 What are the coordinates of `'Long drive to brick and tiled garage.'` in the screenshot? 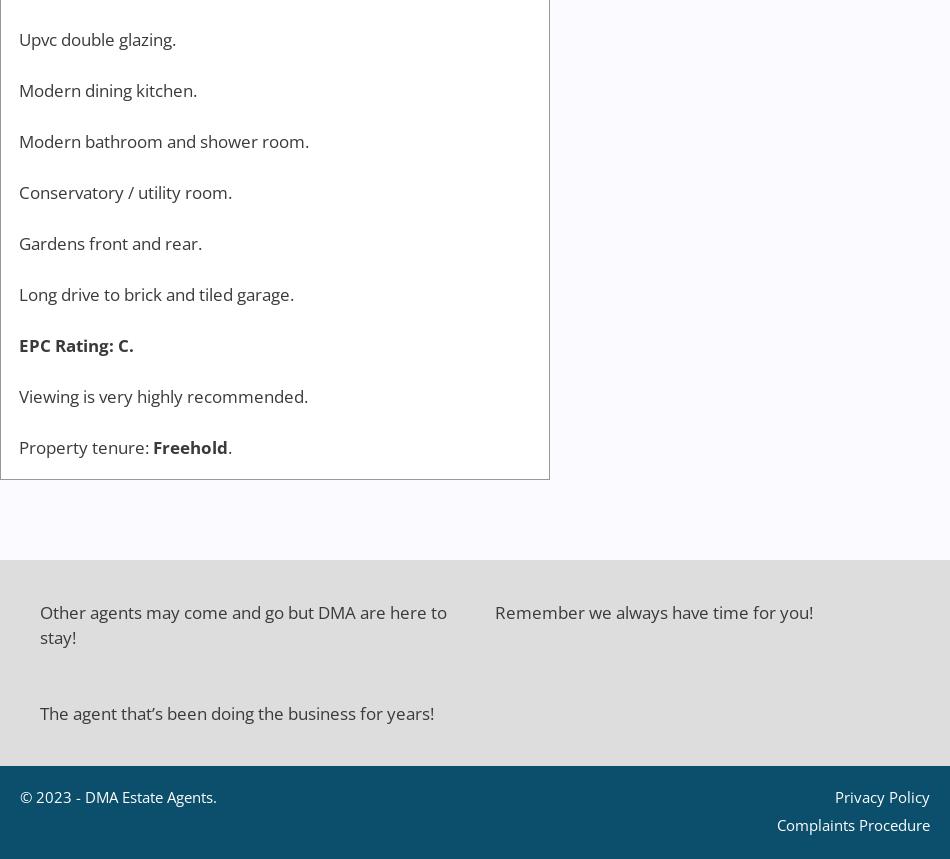 It's located at (156, 294).